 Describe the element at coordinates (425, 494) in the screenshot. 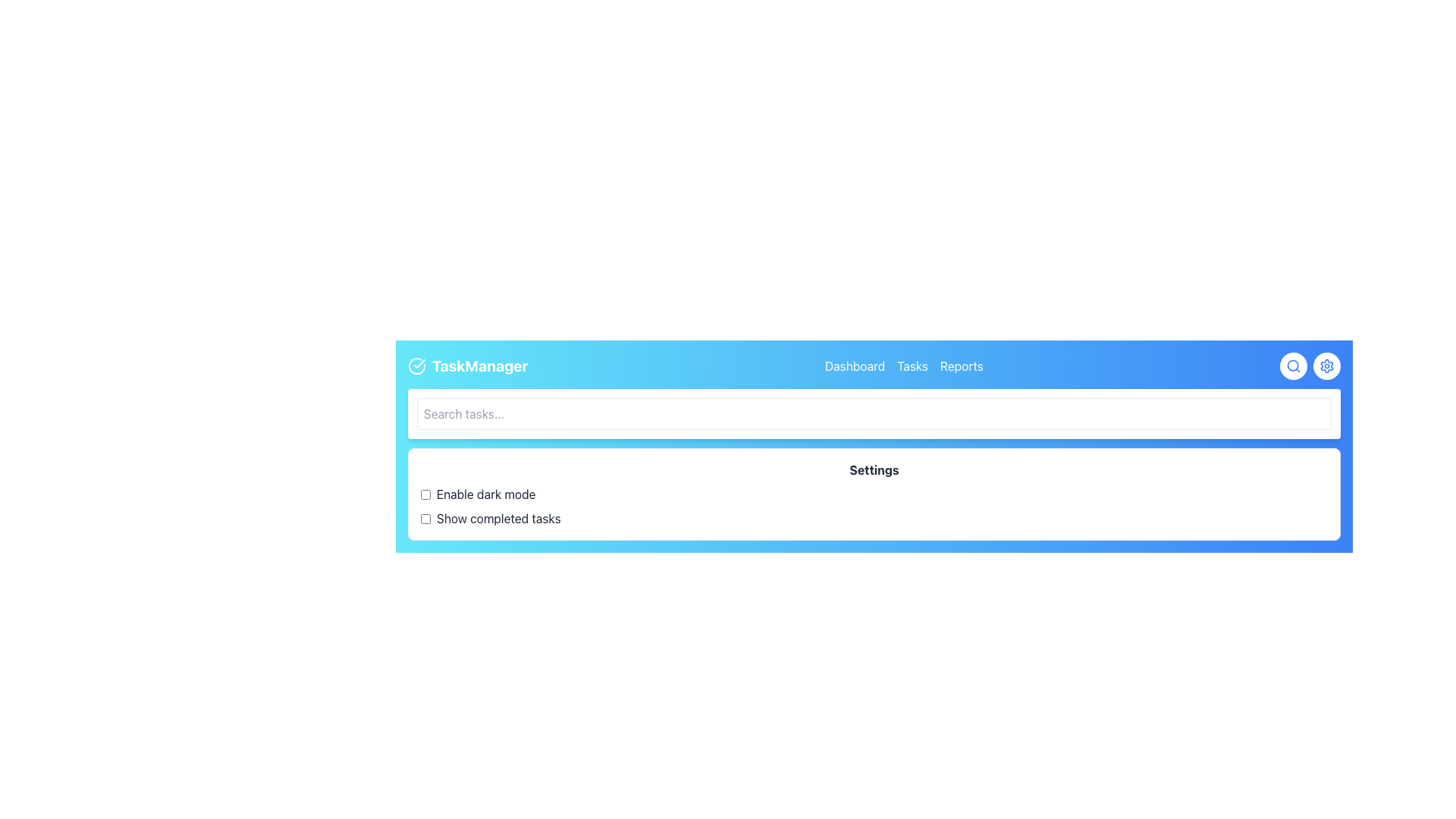

I see `the square checkbox located to the far left of the 'Enable dark mode' text label in the 'Settings' section` at that location.